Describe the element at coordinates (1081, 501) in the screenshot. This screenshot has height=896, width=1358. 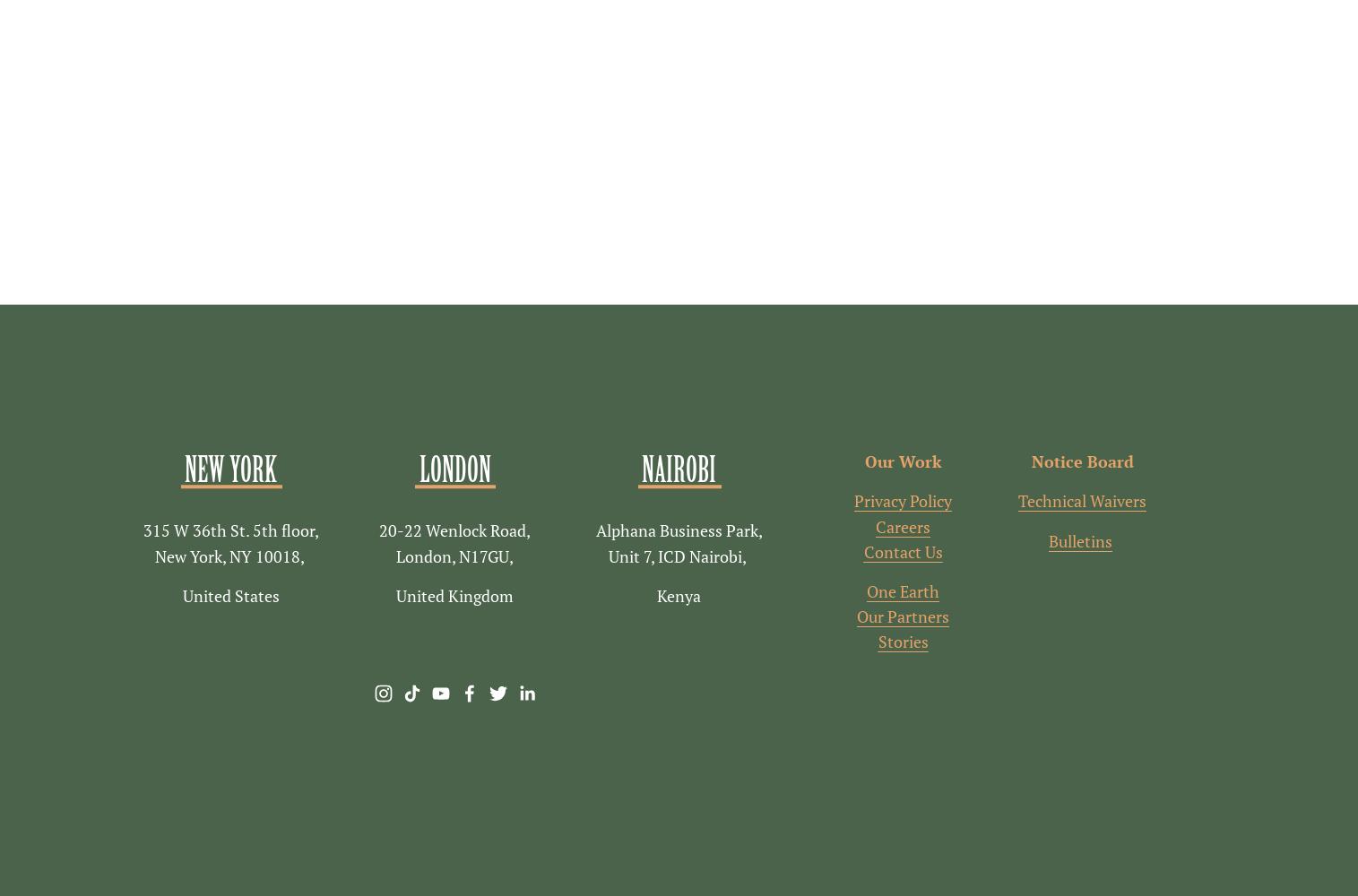
I see `'Technical Waivers'` at that location.